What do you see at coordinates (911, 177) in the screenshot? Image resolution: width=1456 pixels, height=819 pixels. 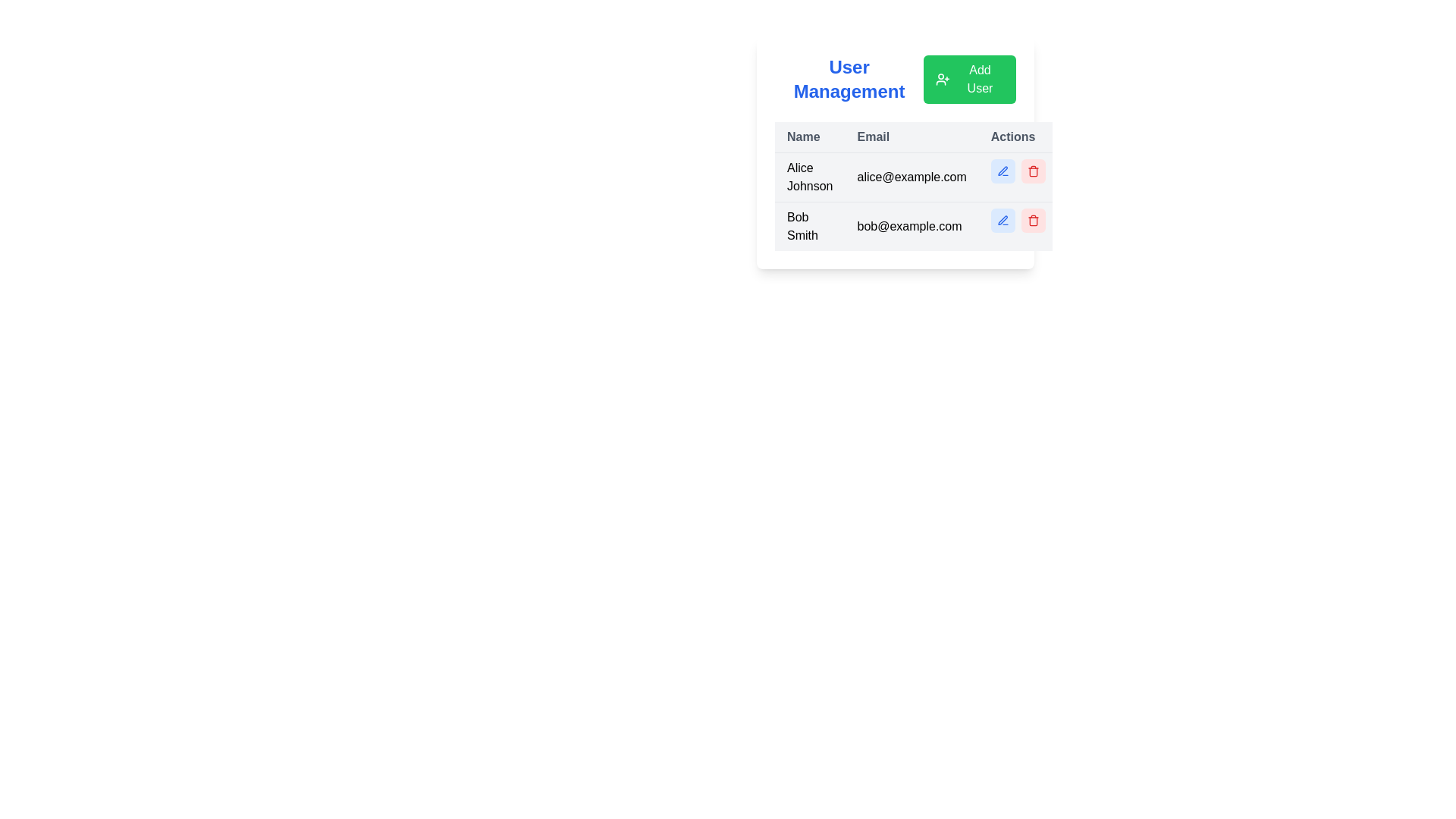 I see `the text label displaying the email address 'alice@example.com' located in the second column under the 'Email' header in the user information table` at bounding box center [911, 177].